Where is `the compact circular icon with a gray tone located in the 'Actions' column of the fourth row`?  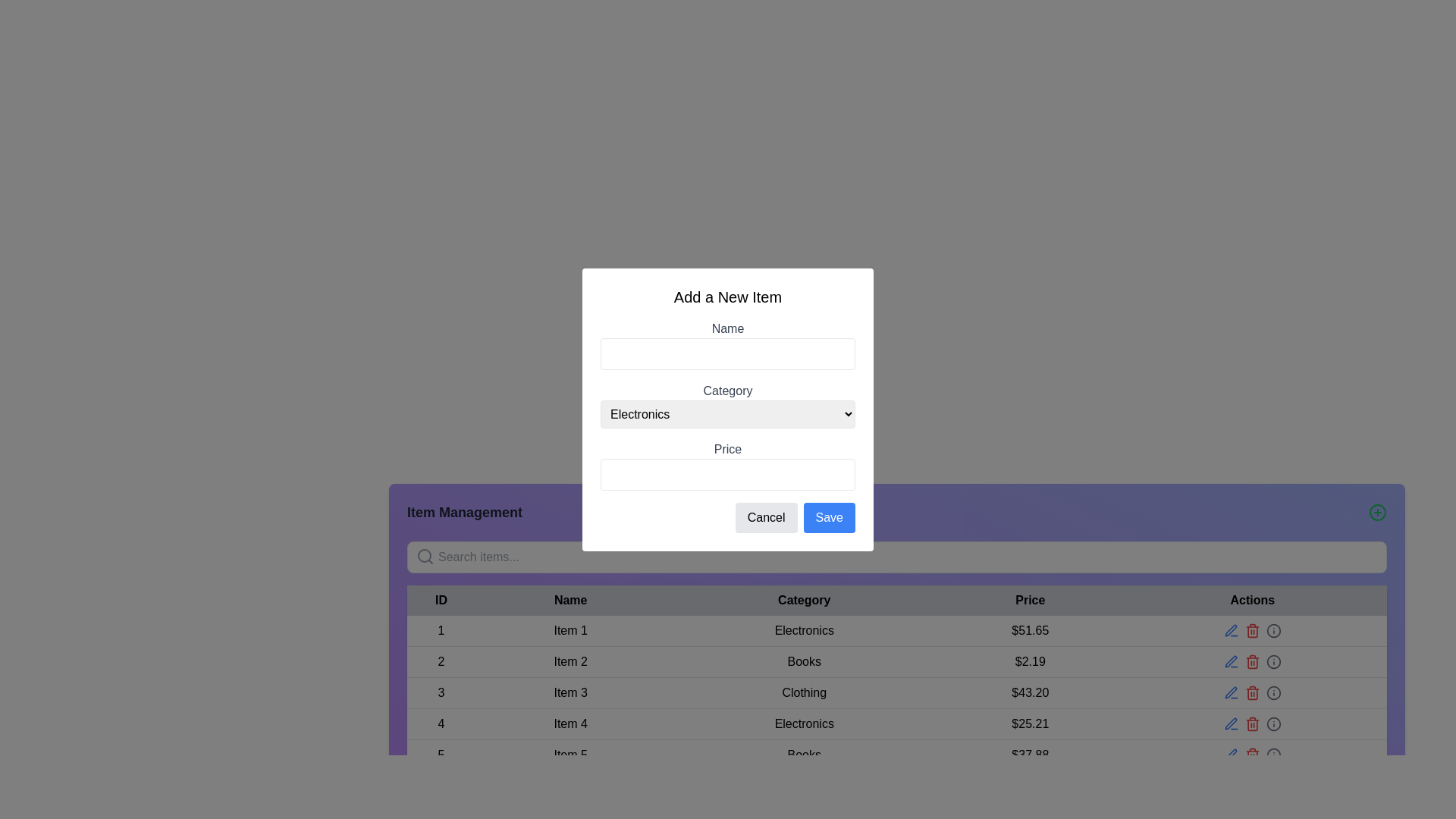
the compact circular icon with a gray tone located in the 'Actions' column of the fourth row is located at coordinates (1273, 723).